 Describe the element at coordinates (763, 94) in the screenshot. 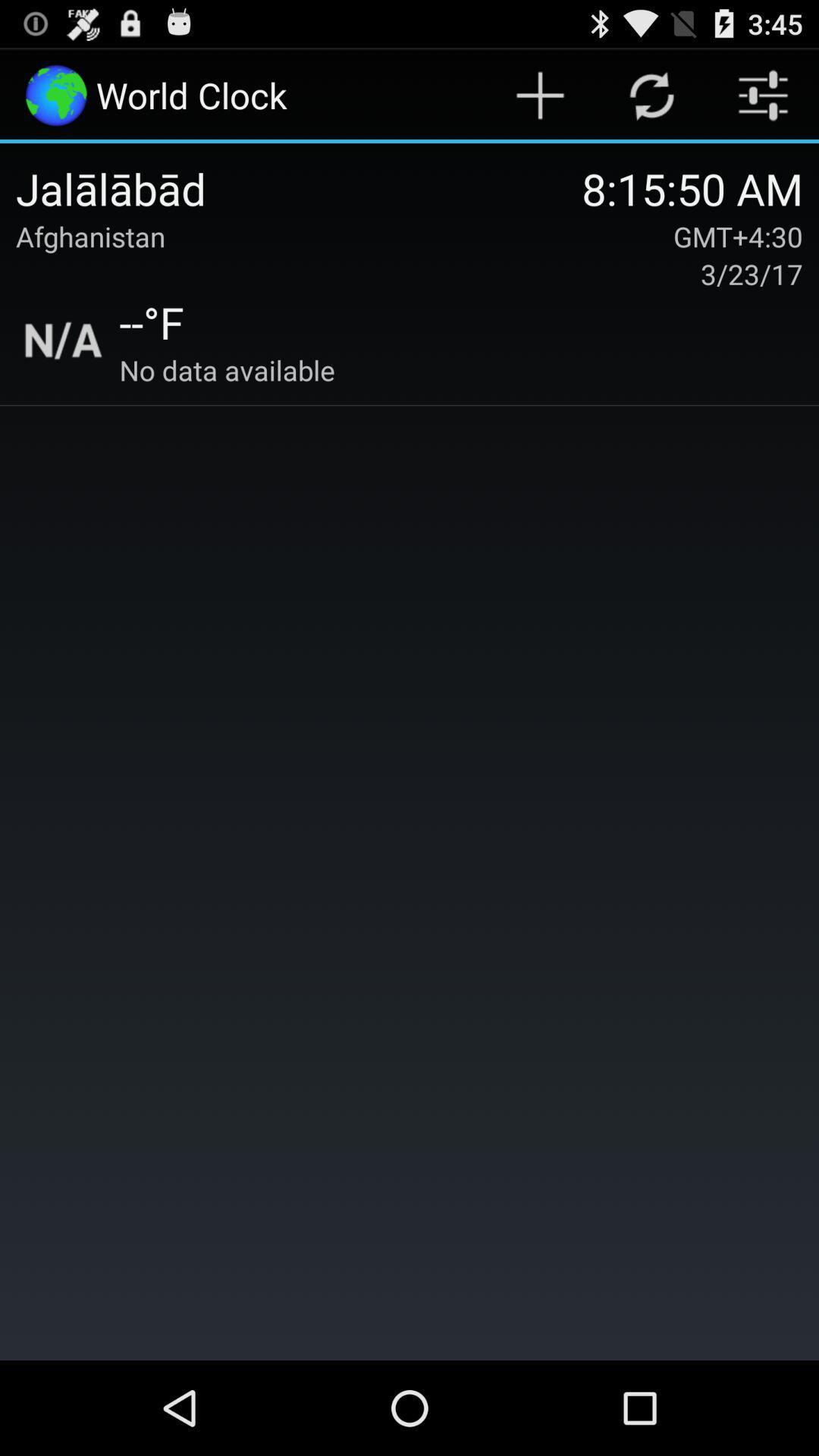

I see `the icon which is right to the refresh icon` at that location.